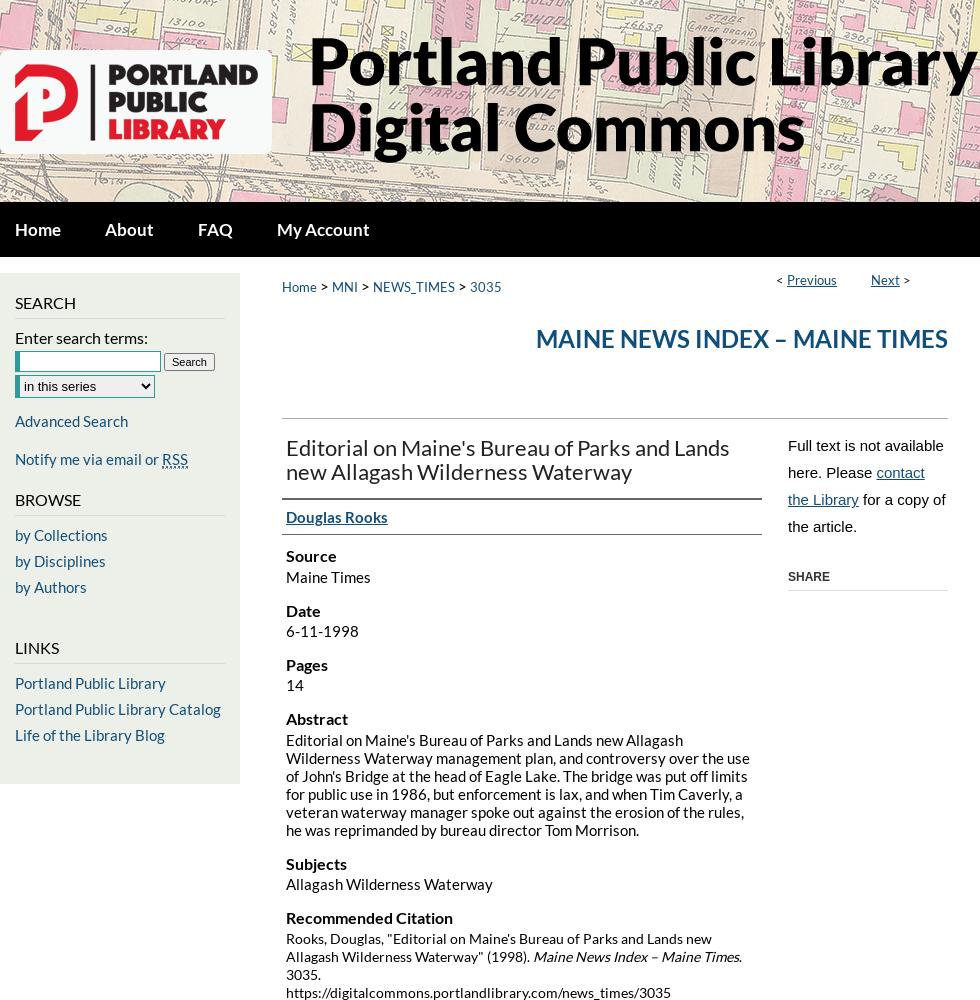 Image resolution: width=980 pixels, height=1000 pixels. What do you see at coordinates (285, 717) in the screenshot?
I see `'Abstract'` at bounding box center [285, 717].